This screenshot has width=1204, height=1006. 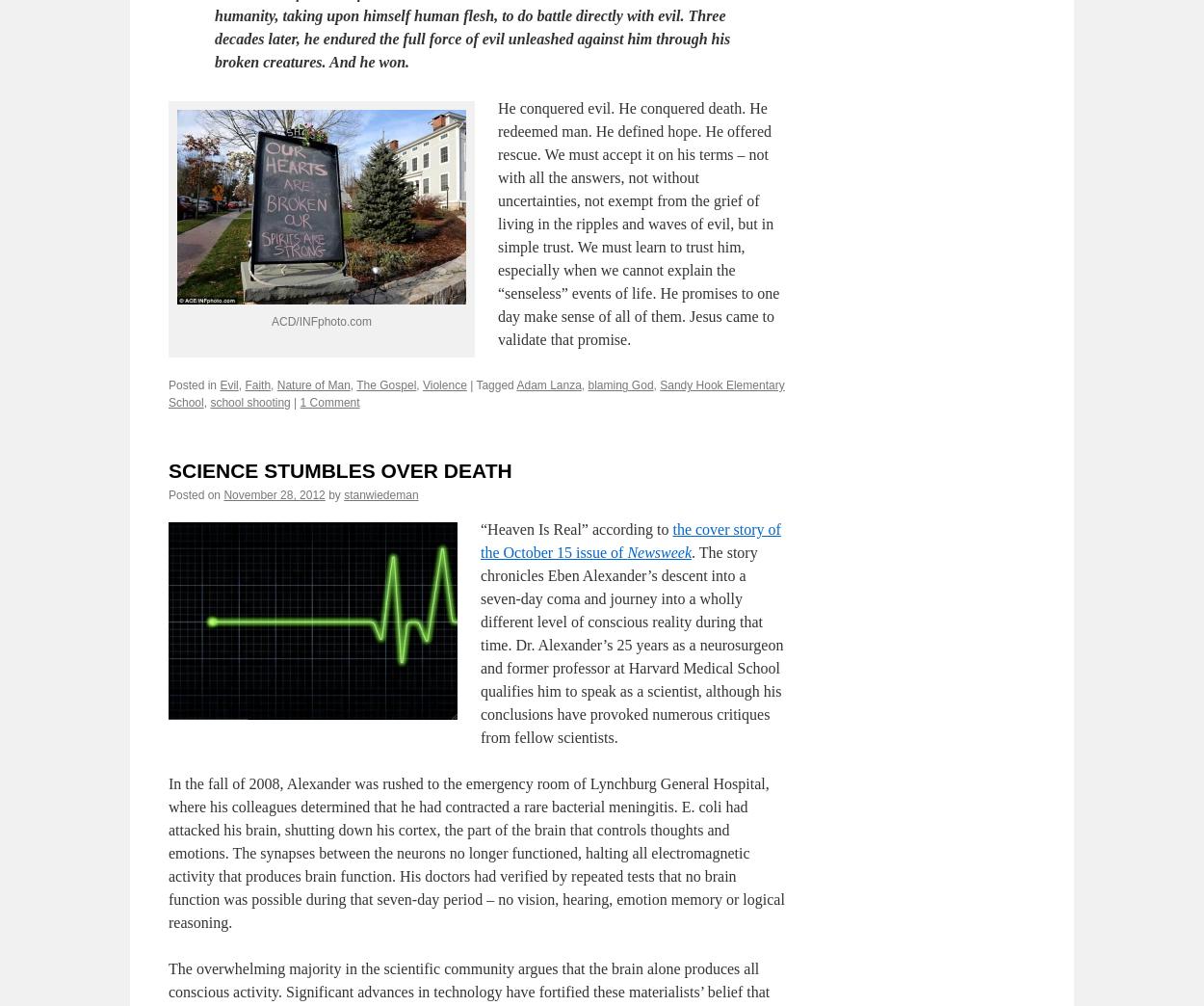 I want to click on '“Heaven Is Real” according to', so click(x=575, y=622).